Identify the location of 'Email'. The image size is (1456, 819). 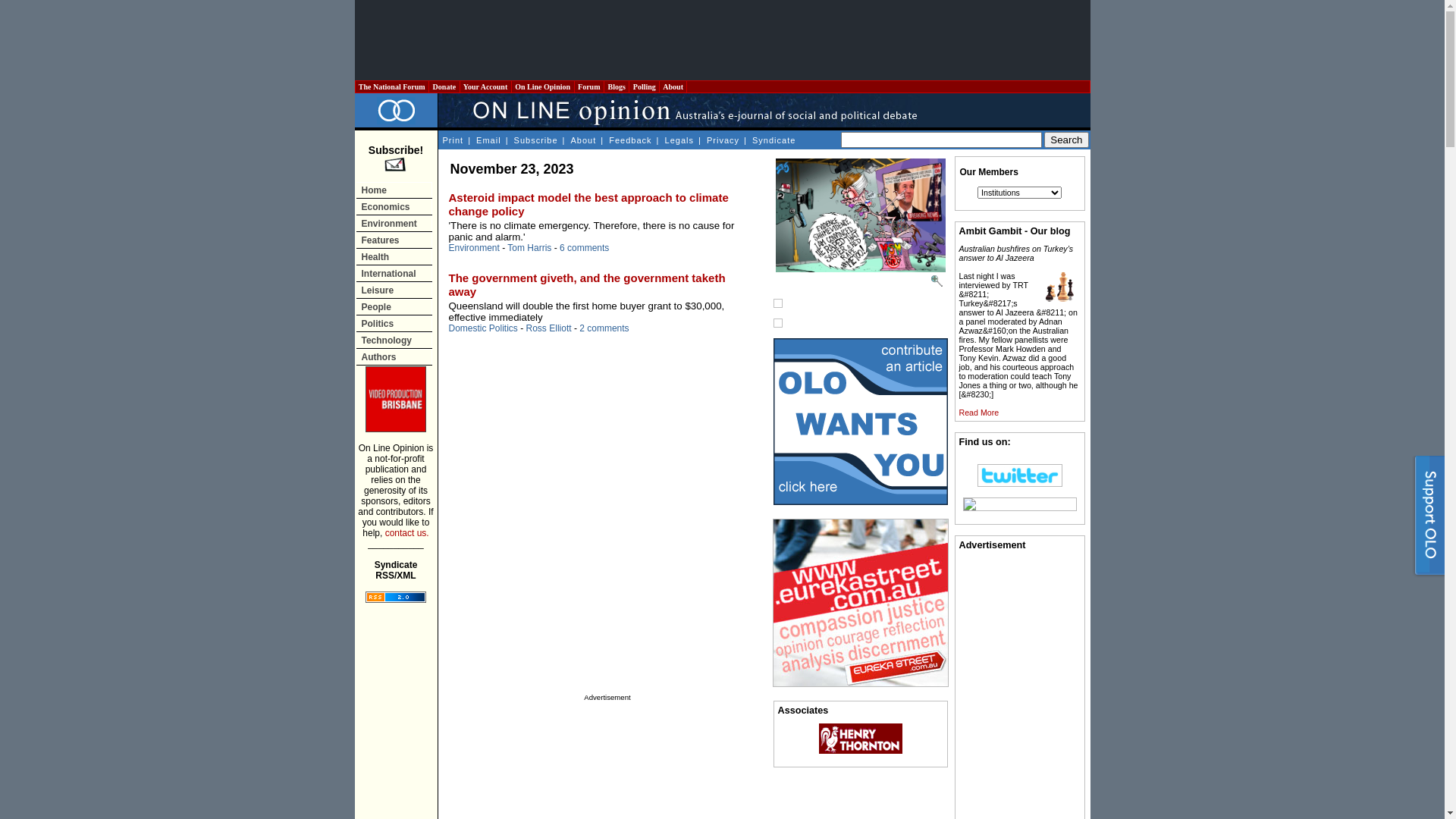
(488, 140).